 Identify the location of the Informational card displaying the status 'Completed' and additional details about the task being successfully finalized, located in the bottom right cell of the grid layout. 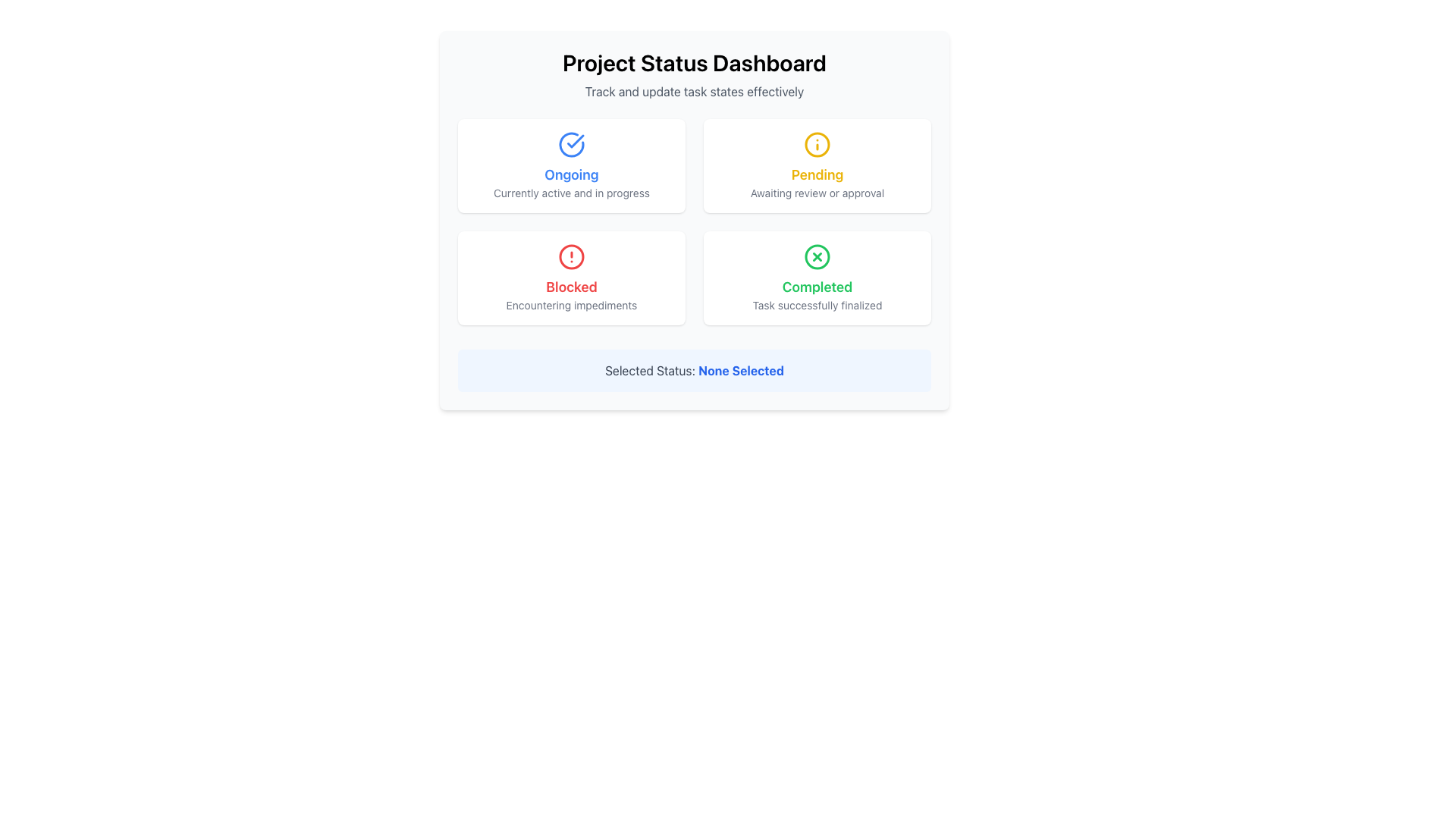
(817, 278).